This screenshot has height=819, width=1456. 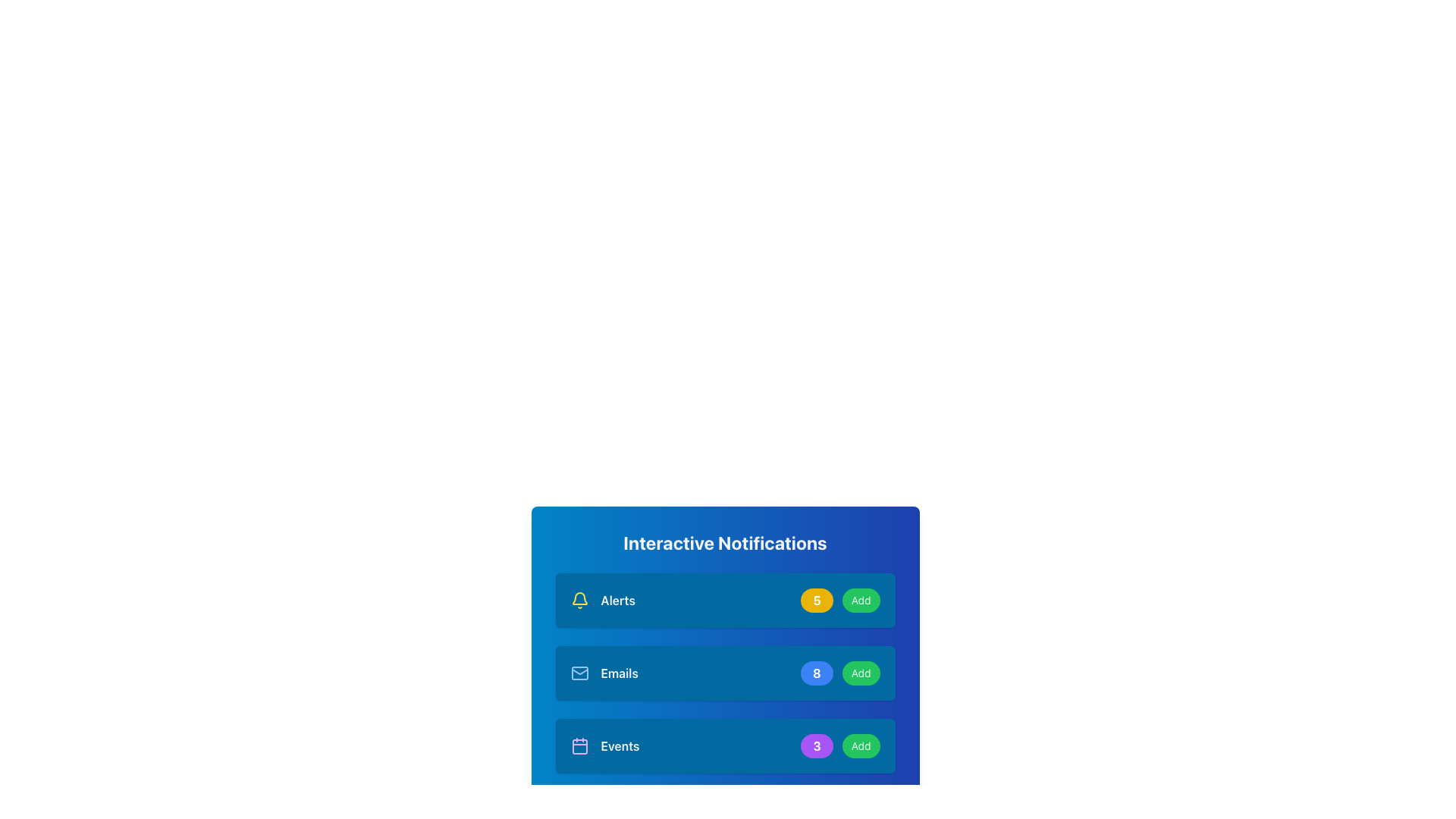 What do you see at coordinates (579, 745) in the screenshot?
I see `the central rectangular component of the calendar icon in the Events row, which visually represents the main body of the calendar` at bounding box center [579, 745].